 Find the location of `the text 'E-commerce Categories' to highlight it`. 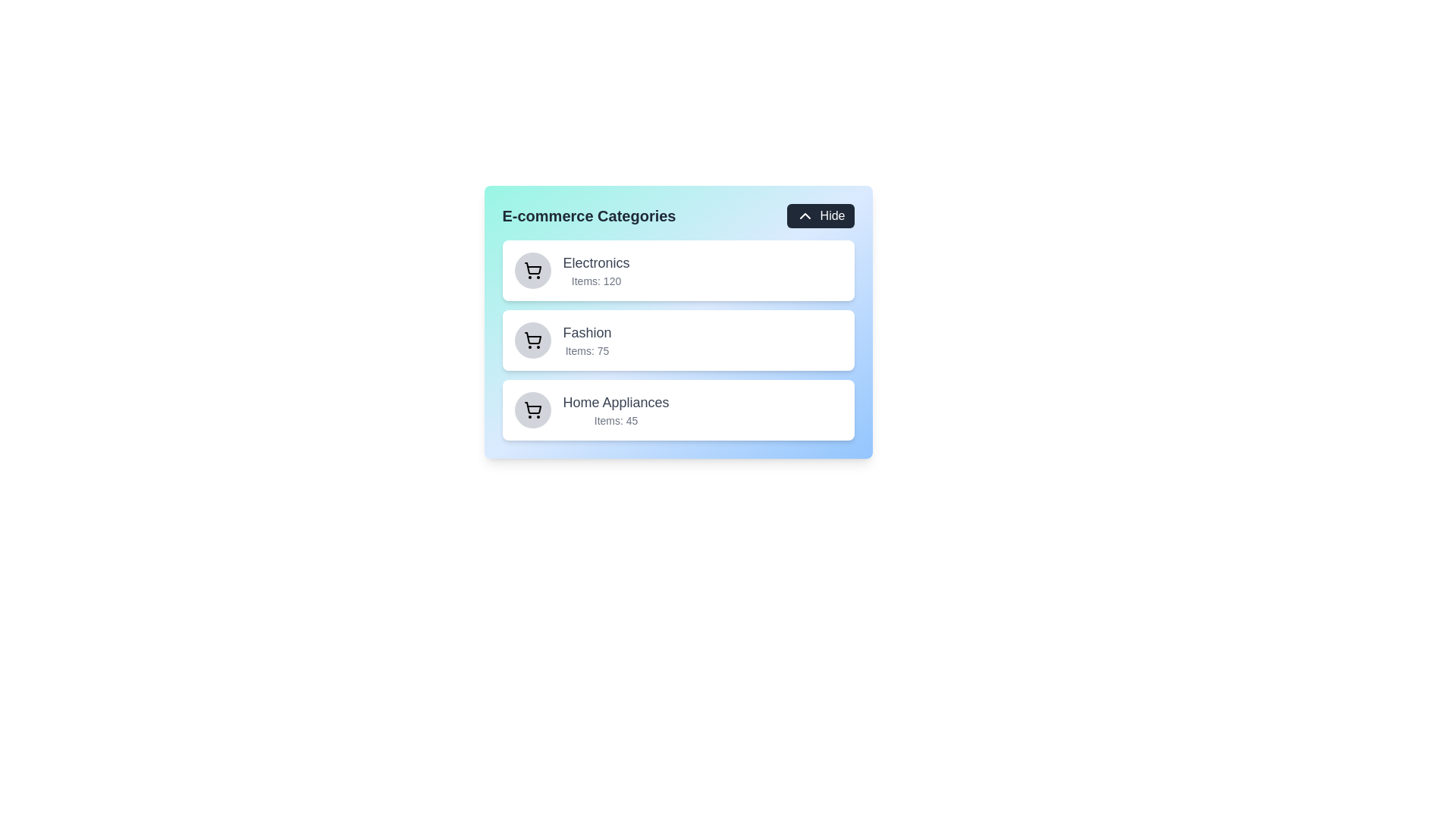

the text 'E-commerce Categories' to highlight it is located at coordinates (588, 216).